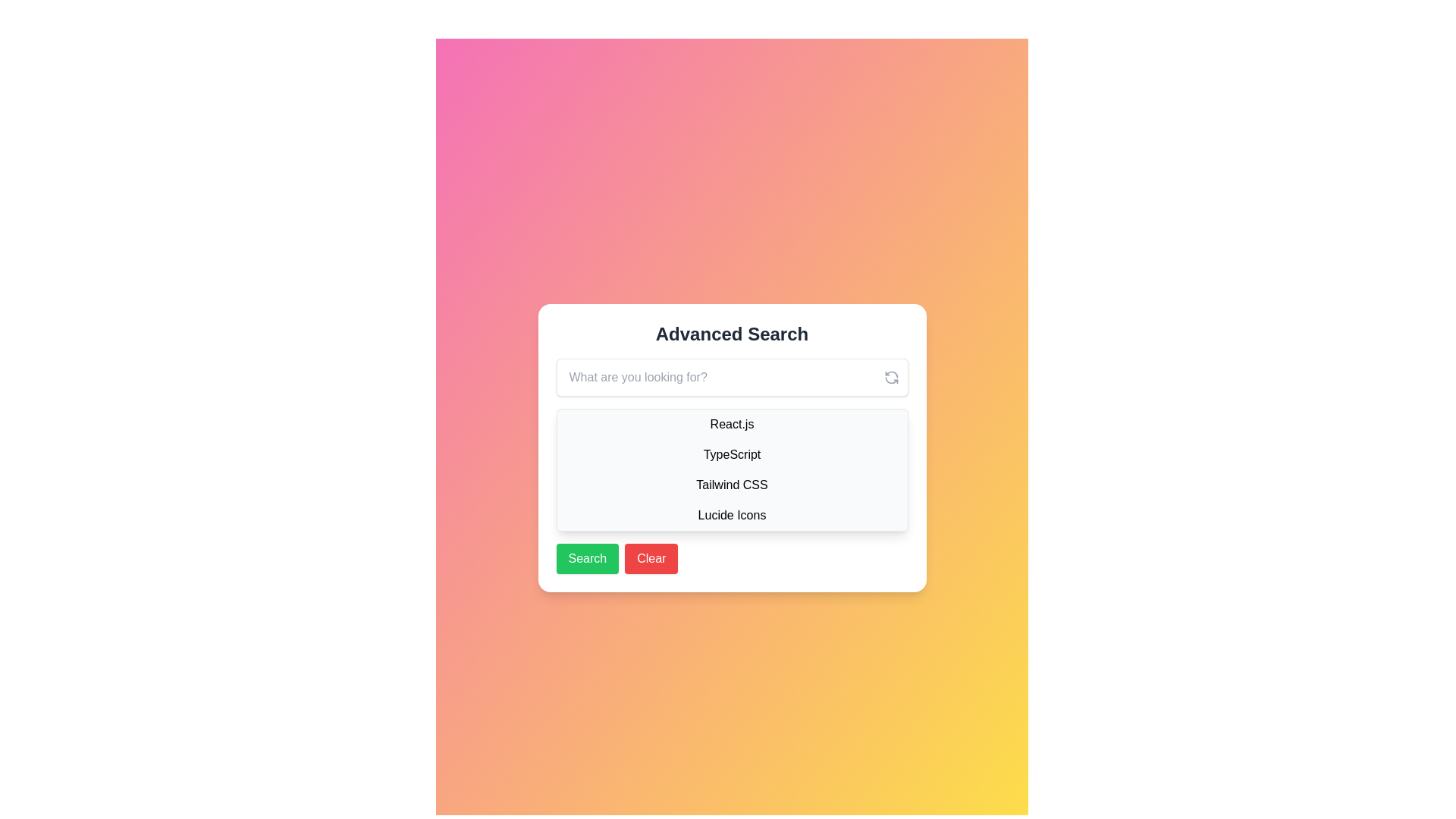 The width and height of the screenshot is (1456, 819). I want to click on the 'Tailwind CSS' text label, so click(732, 485).